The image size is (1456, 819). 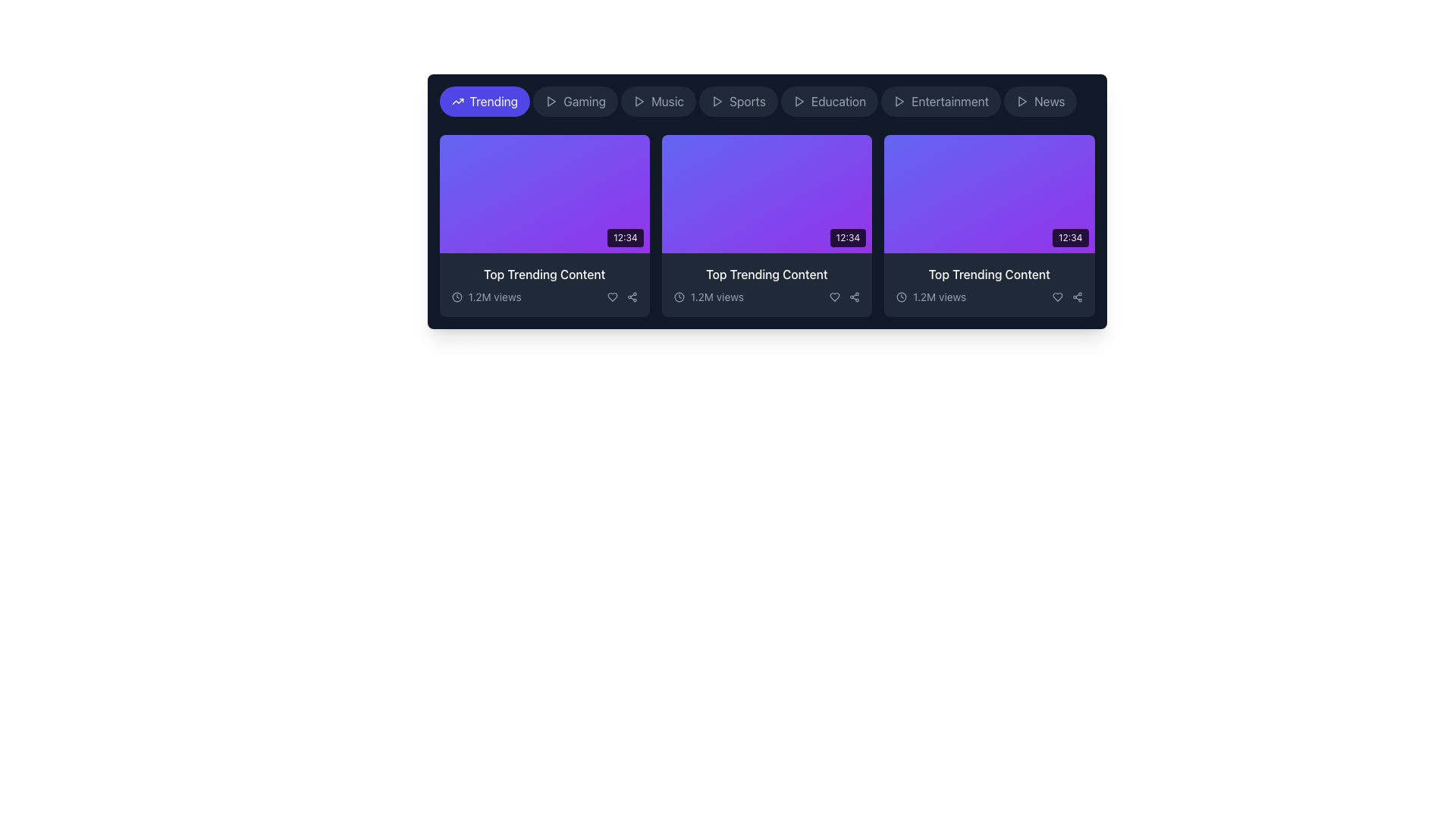 I want to click on the 'Gaming' button, which has a dark gray background, light gray text, and a play icon, indicating it is a selectable category option, so click(x=575, y=102).